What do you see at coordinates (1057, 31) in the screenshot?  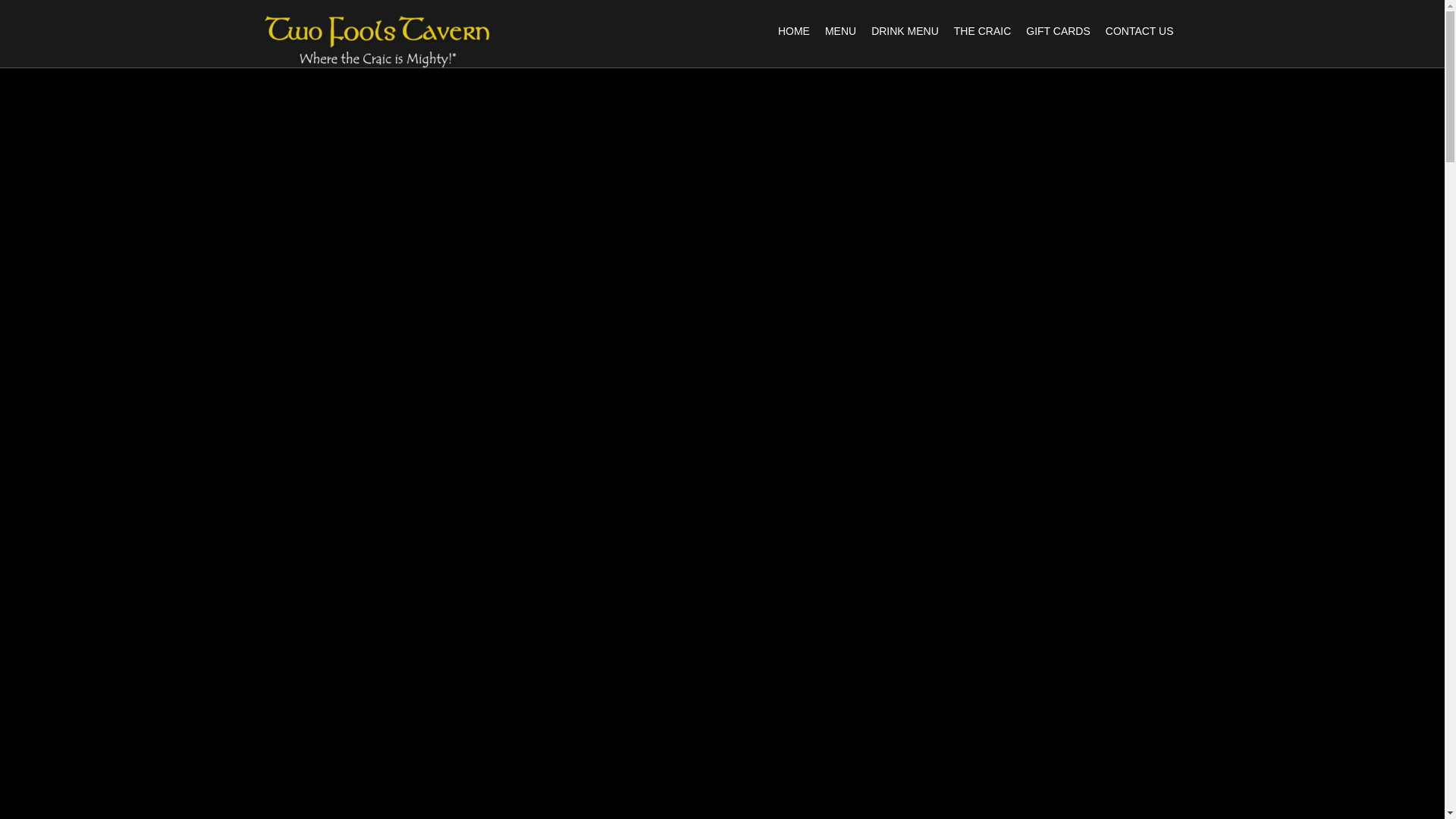 I see `'GIFT CARDS'` at bounding box center [1057, 31].